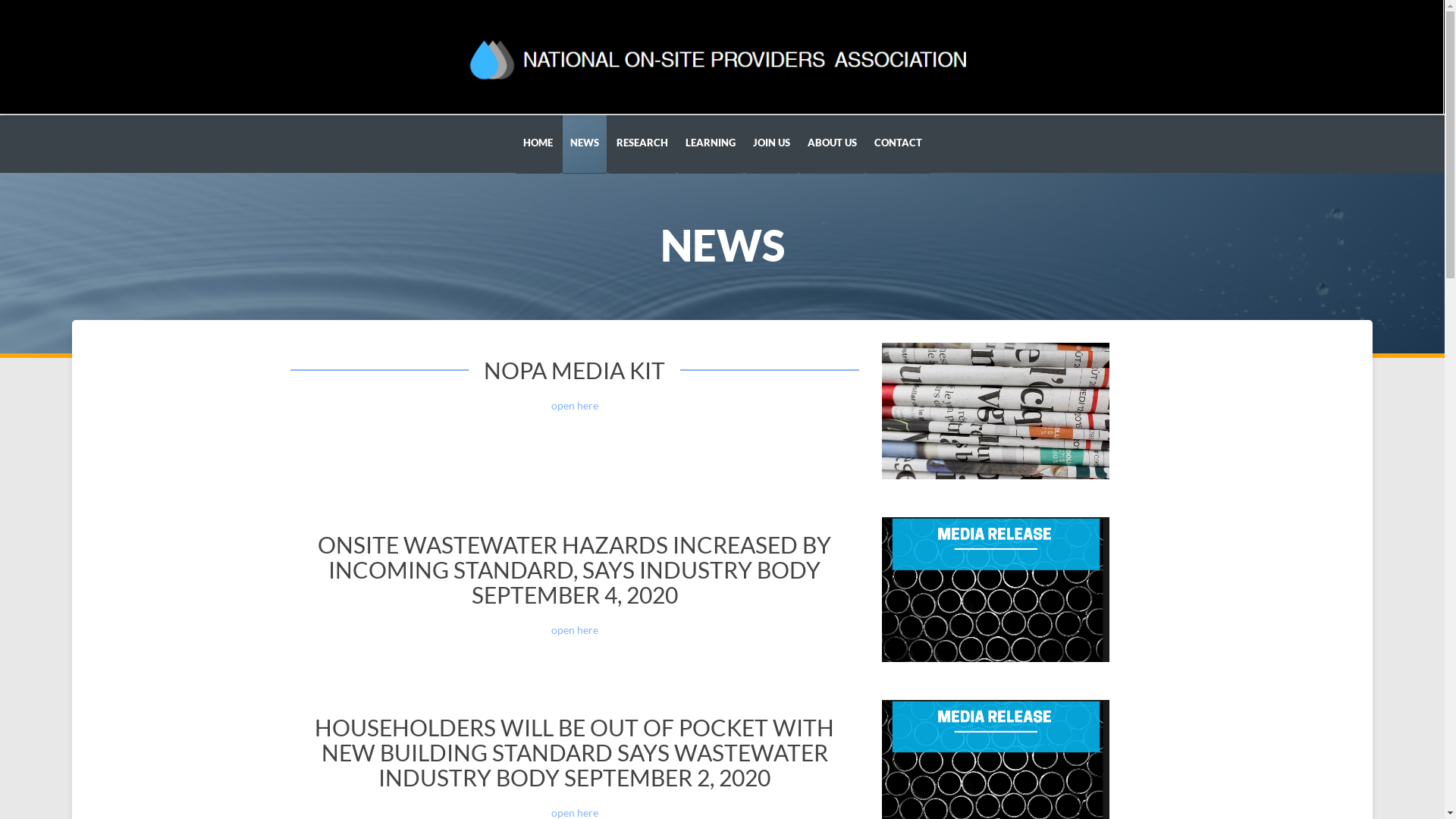  Describe the element at coordinates (897, 144) in the screenshot. I see `'CONTACT'` at that location.